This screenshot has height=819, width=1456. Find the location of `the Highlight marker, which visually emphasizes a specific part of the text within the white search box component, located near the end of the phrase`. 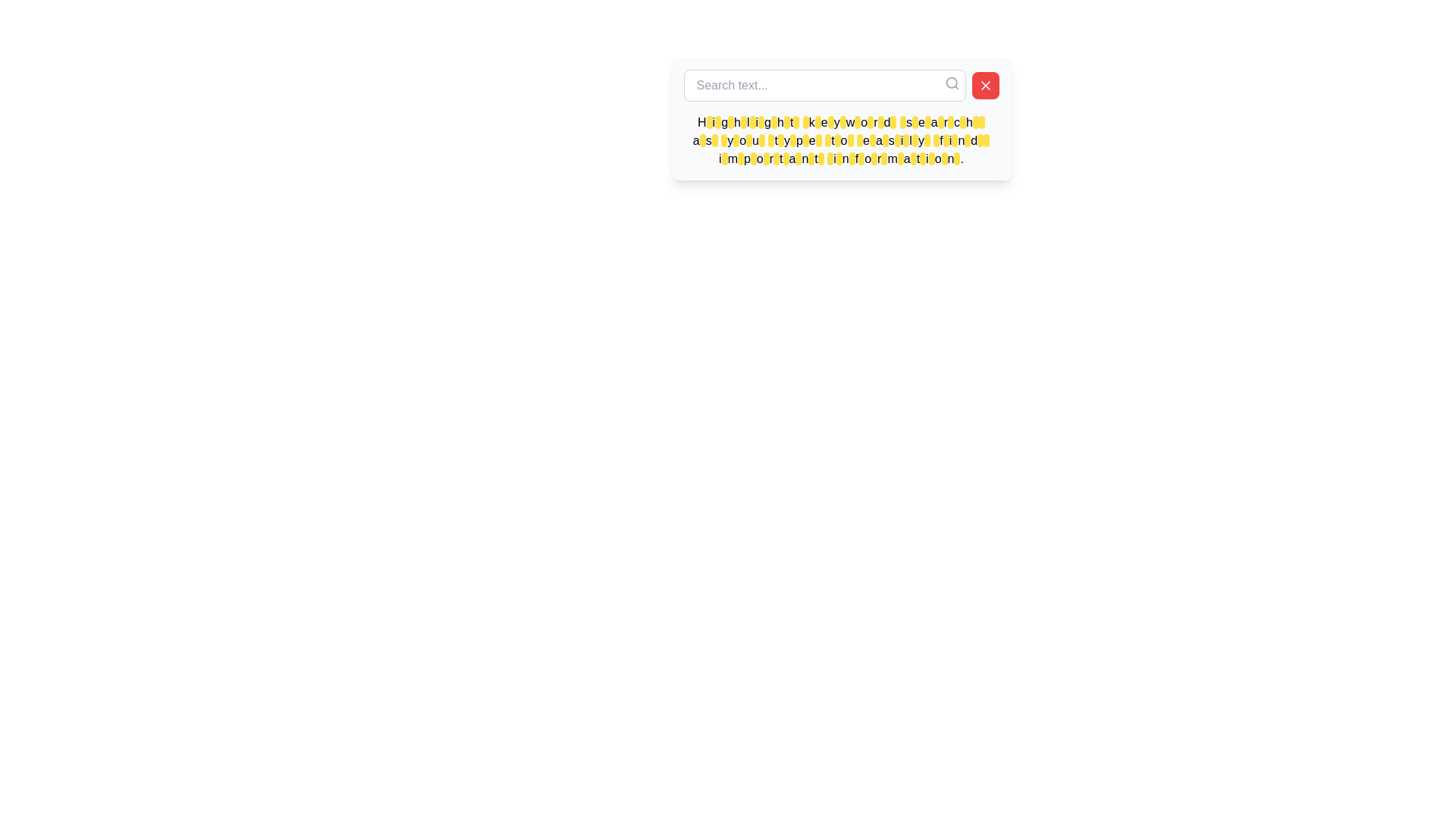

the Highlight marker, which visually emphasizes a specific part of the text within the white search box component, located near the end of the phrase is located at coordinates (885, 140).